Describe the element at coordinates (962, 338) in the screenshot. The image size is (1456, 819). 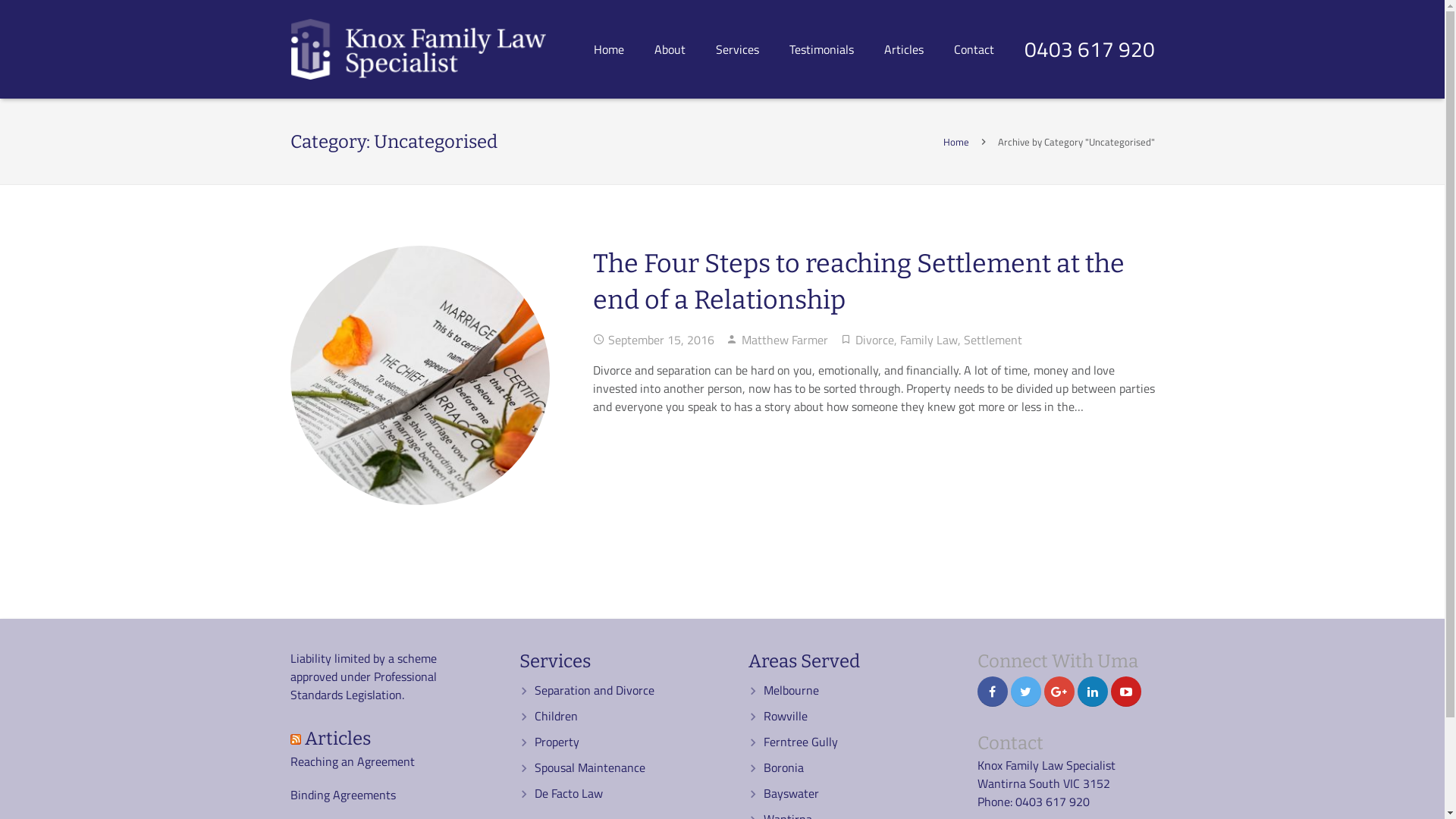
I see `'Settlement'` at that location.